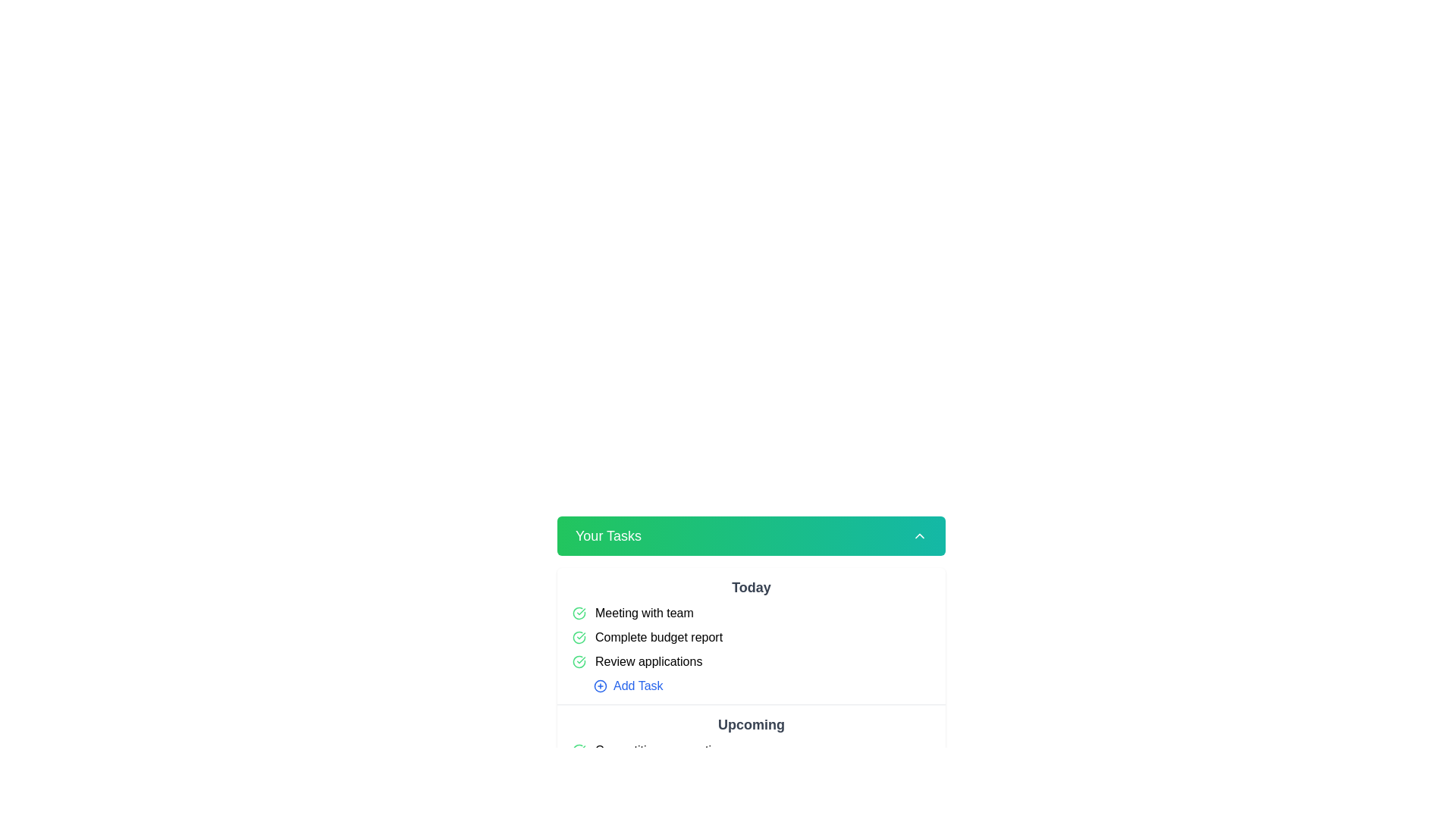  Describe the element at coordinates (578, 613) in the screenshot. I see `the circular graphical vector representing a part of the SVG image in the 'Complete budget report' task indicator located in the 'Today' section of the task management interface` at that location.